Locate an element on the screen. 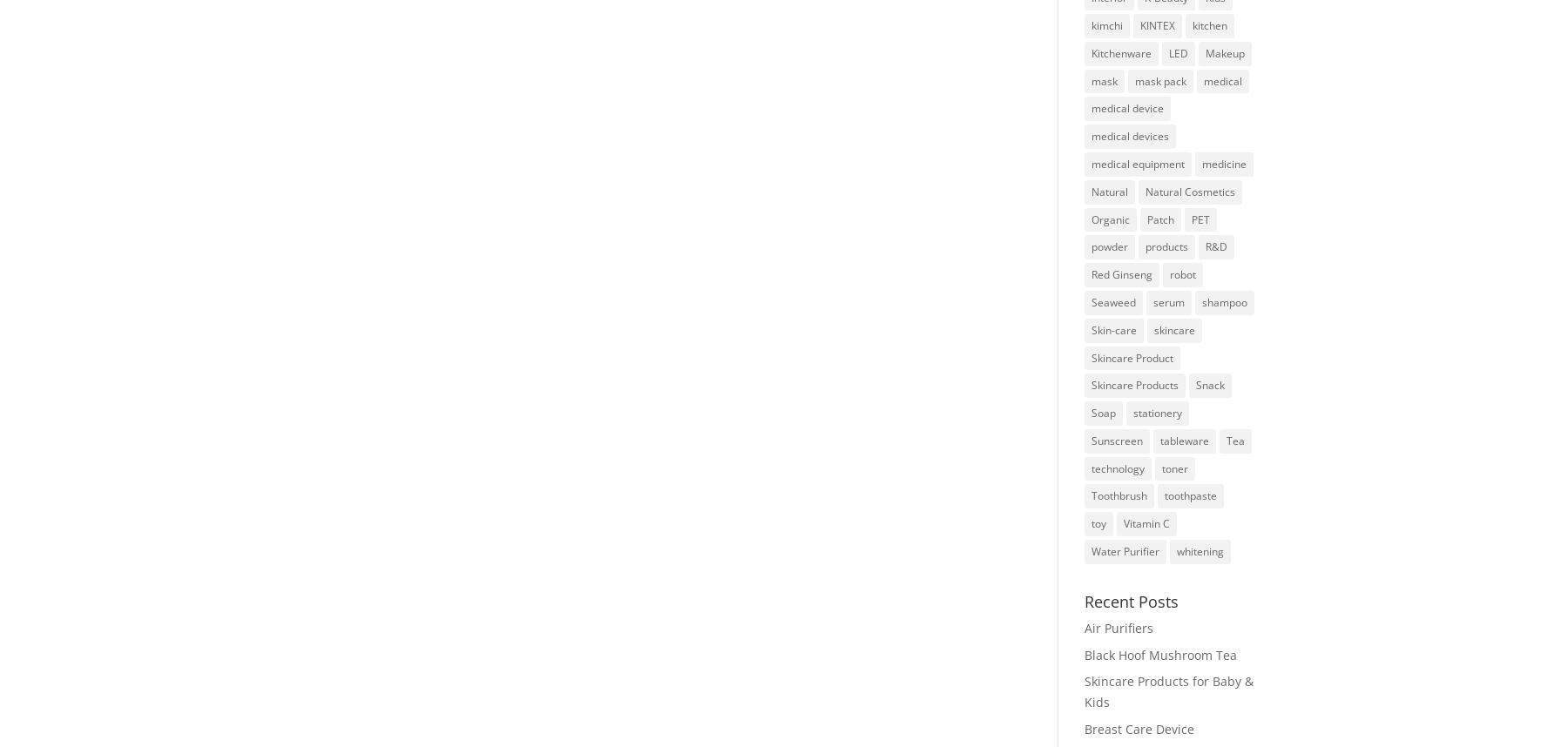 This screenshot has width=1568, height=747. 'toner' is located at coordinates (1174, 468).